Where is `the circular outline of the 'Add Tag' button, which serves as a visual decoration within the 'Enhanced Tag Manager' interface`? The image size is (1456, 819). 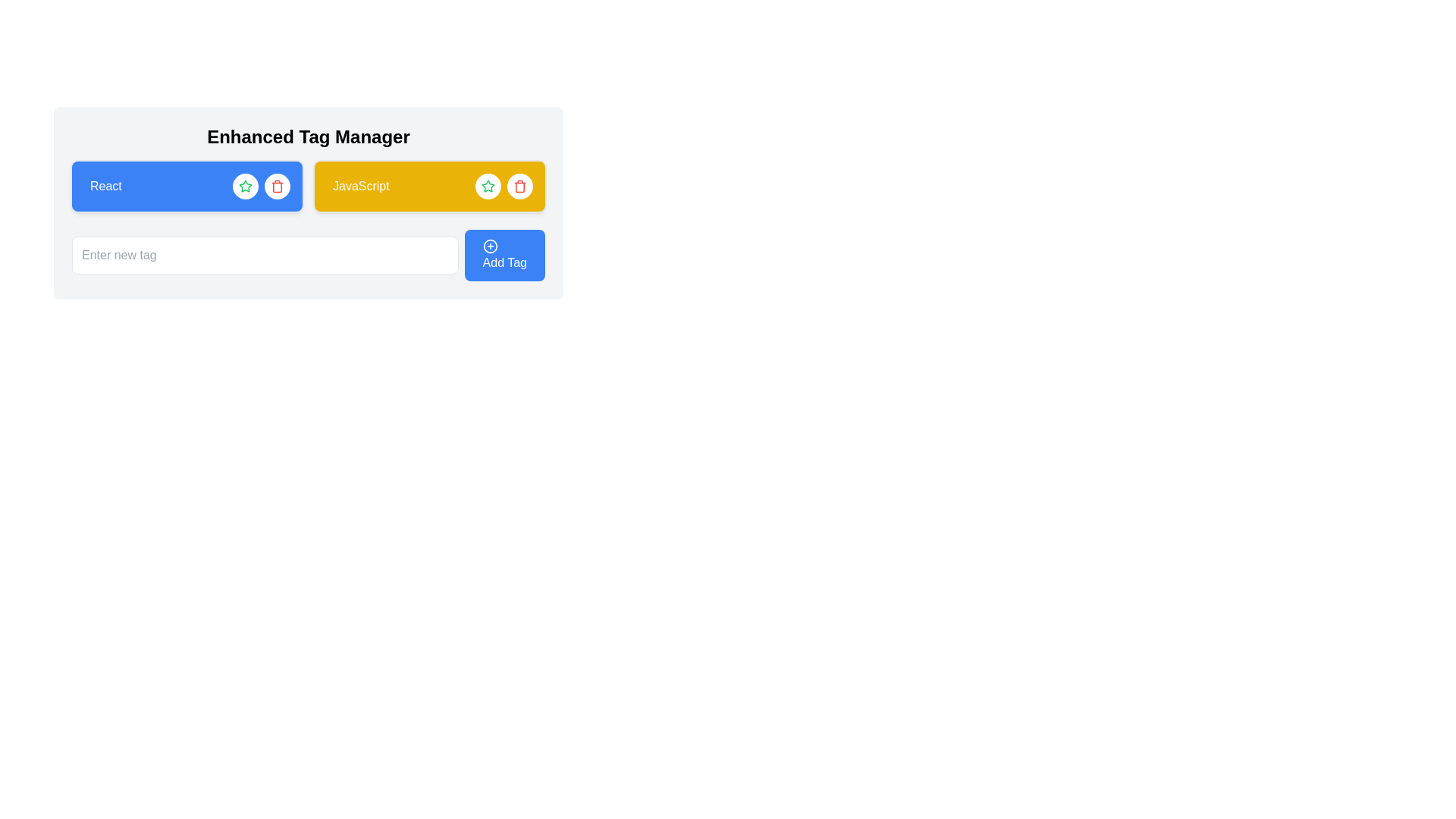
the circular outline of the 'Add Tag' button, which serves as a visual decoration within the 'Enhanced Tag Manager' interface is located at coordinates (490, 245).